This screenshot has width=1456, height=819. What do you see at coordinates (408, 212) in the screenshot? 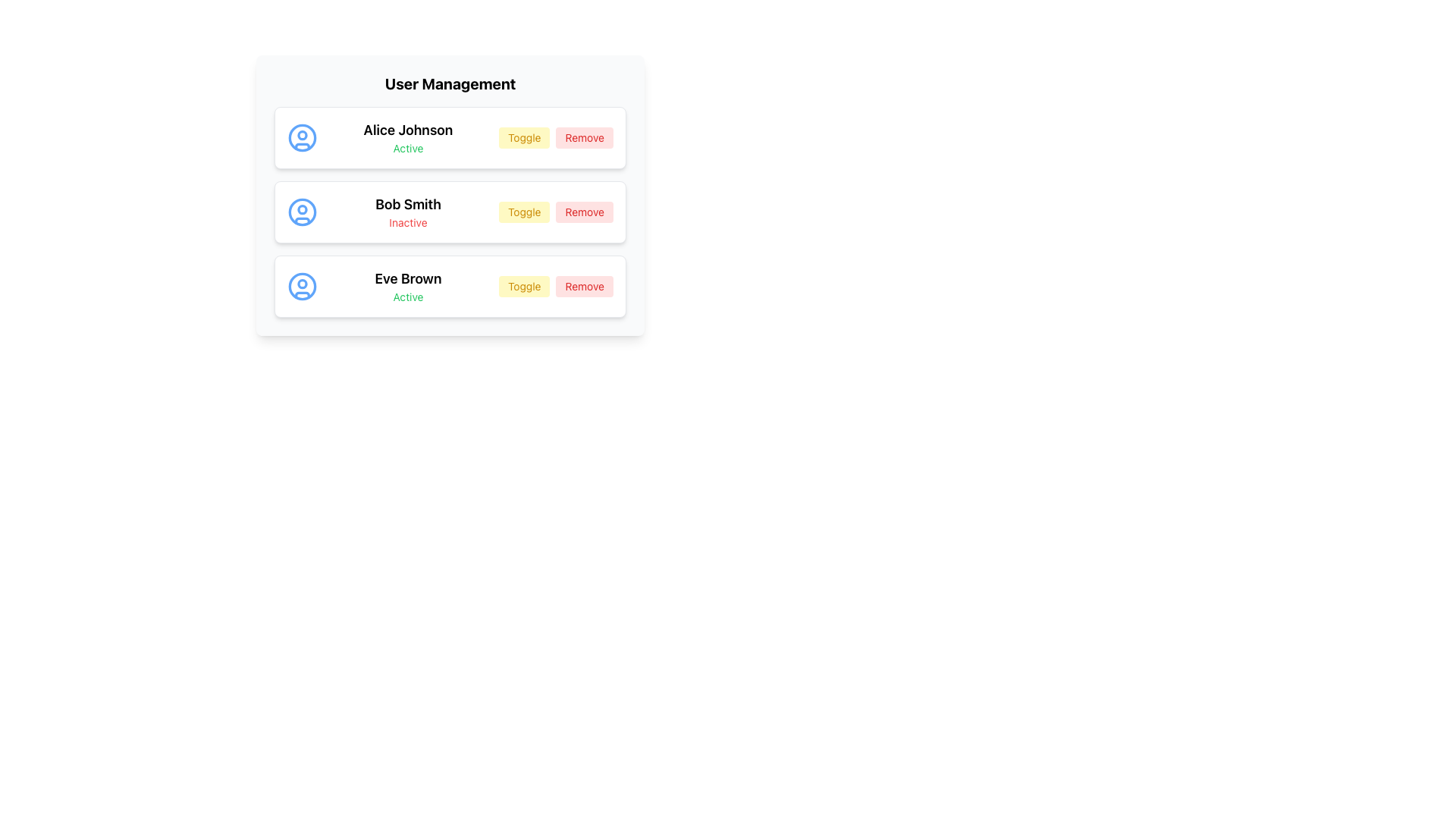
I see `the text block displaying user details with the name 'Bob Smith' and status 'Inactive', which is the second item in a vertical list of user entries` at bounding box center [408, 212].